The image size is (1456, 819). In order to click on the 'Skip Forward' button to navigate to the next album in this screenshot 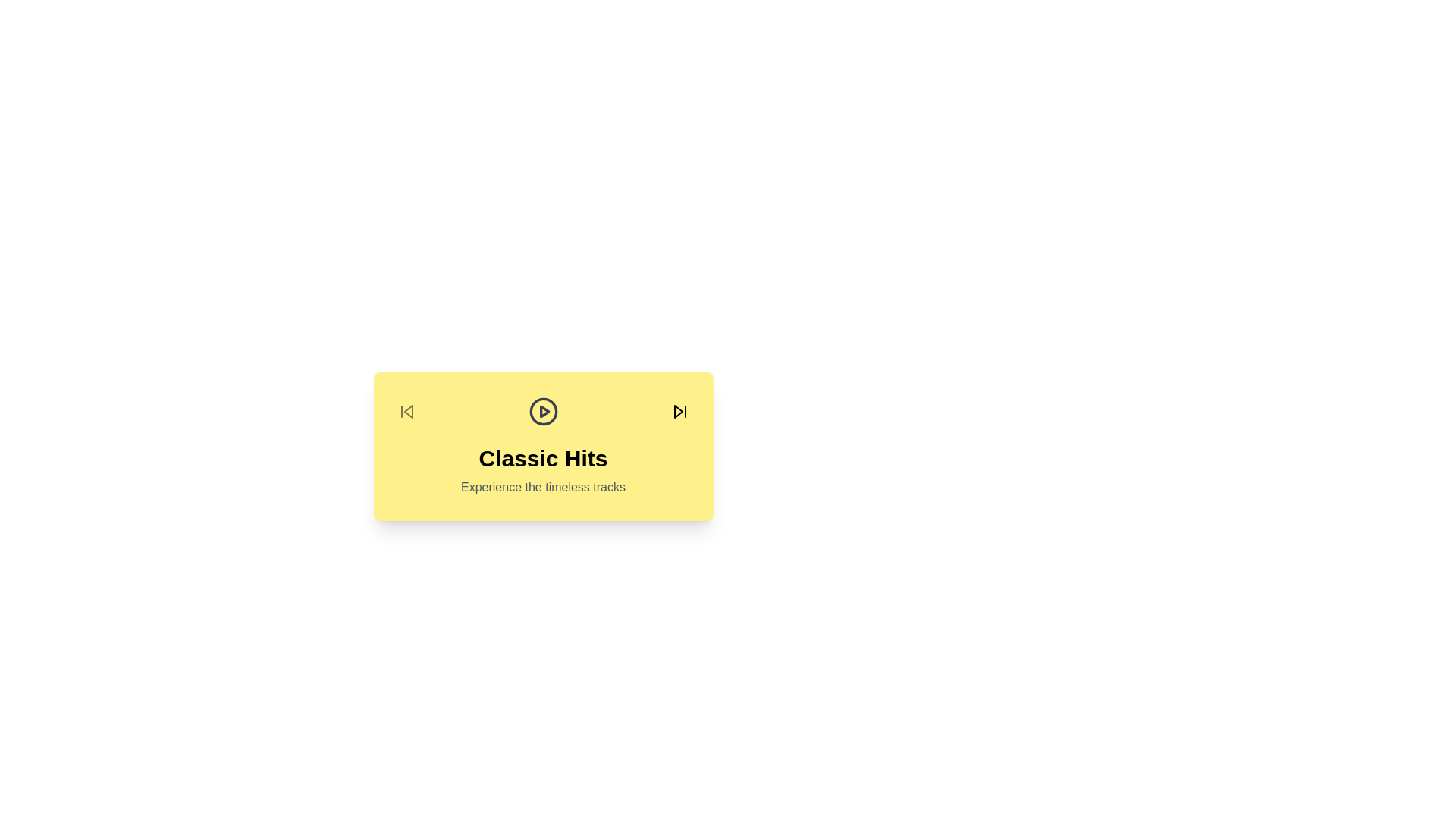, I will do `click(679, 412)`.